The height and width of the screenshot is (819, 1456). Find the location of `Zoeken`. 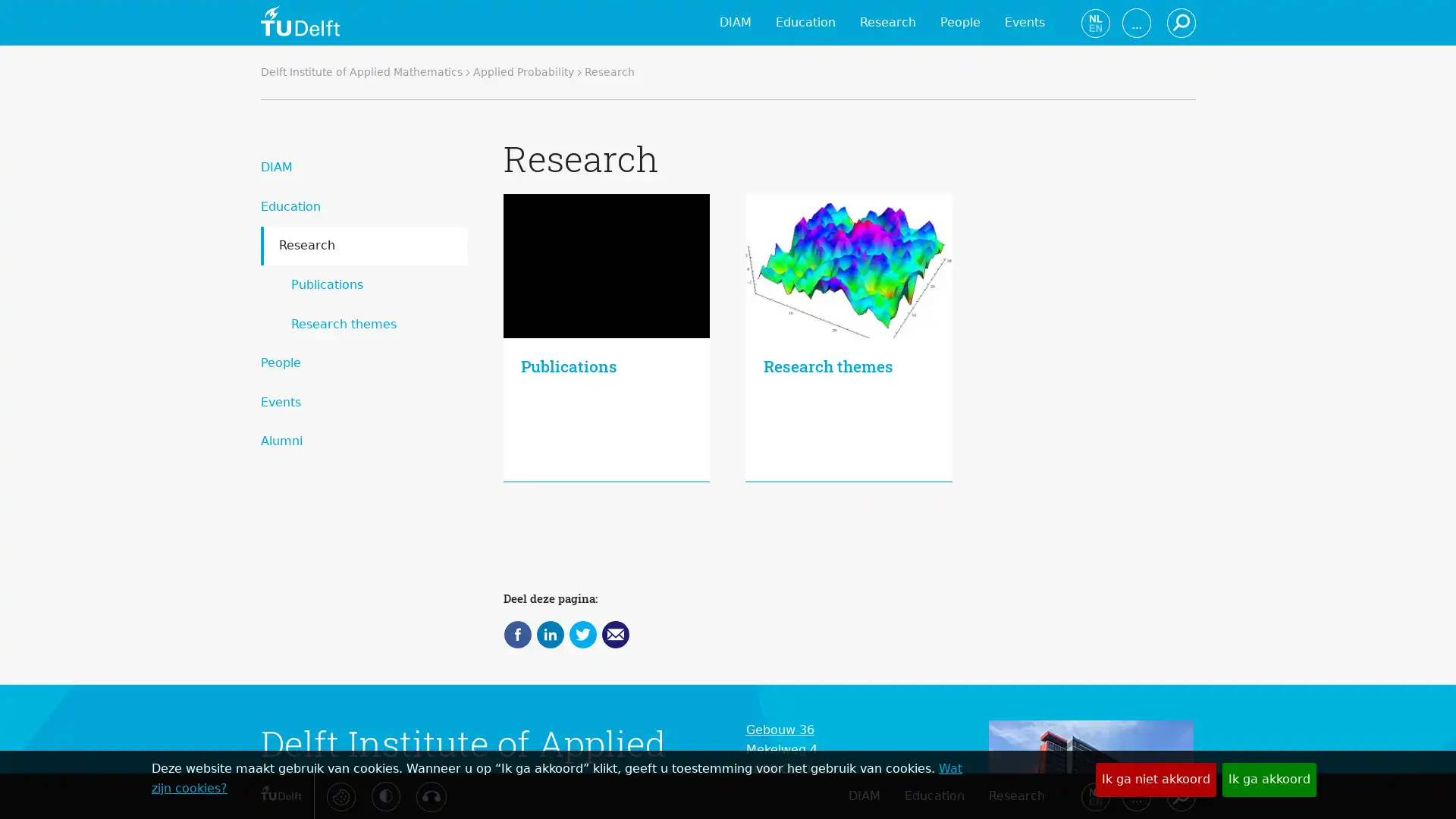

Zoeken is located at coordinates (1179, 795).